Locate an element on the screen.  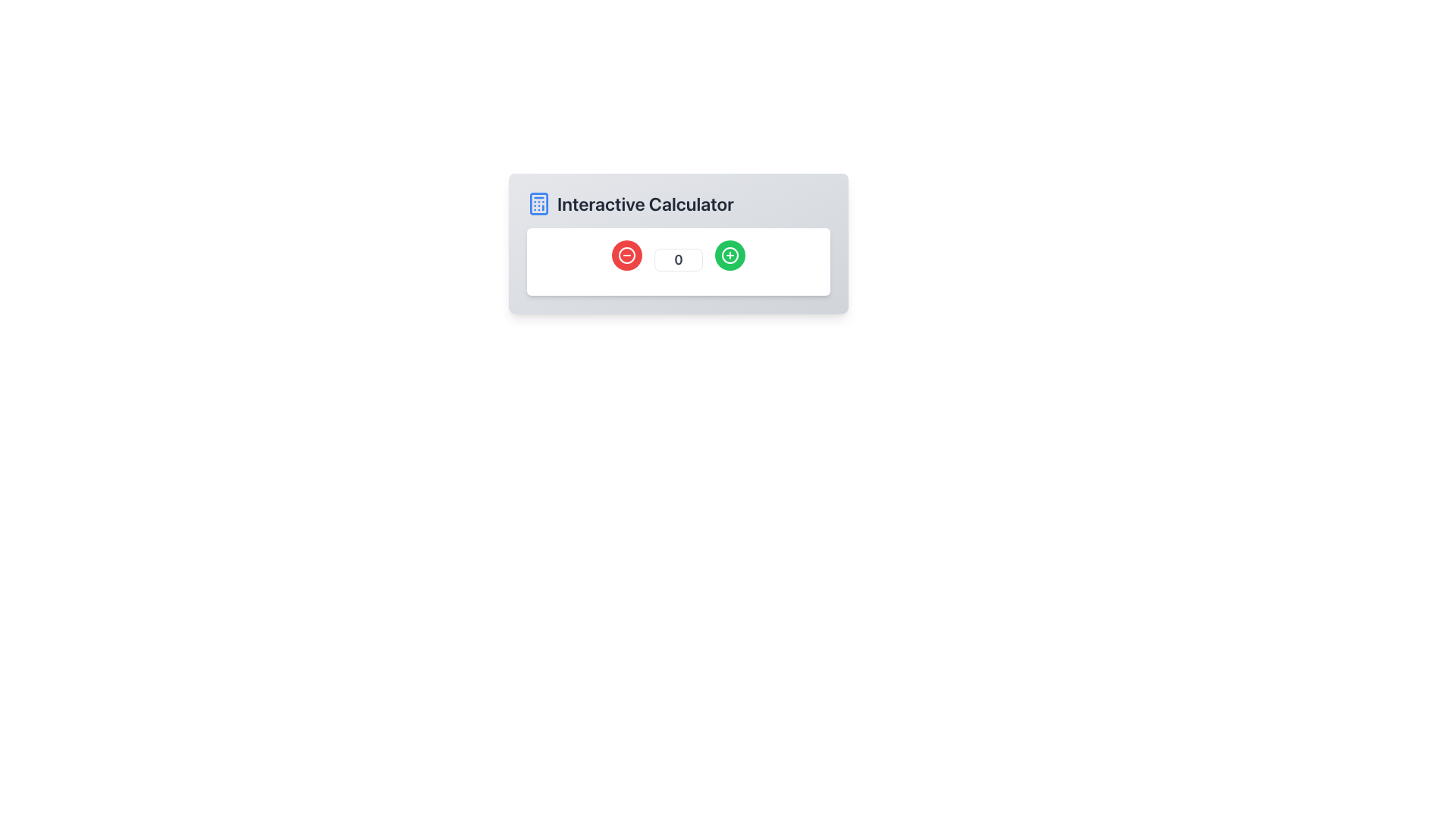
the increment button located on the right side of the Interactive Calculator interface to increase the displayed numeric value is located at coordinates (730, 254).